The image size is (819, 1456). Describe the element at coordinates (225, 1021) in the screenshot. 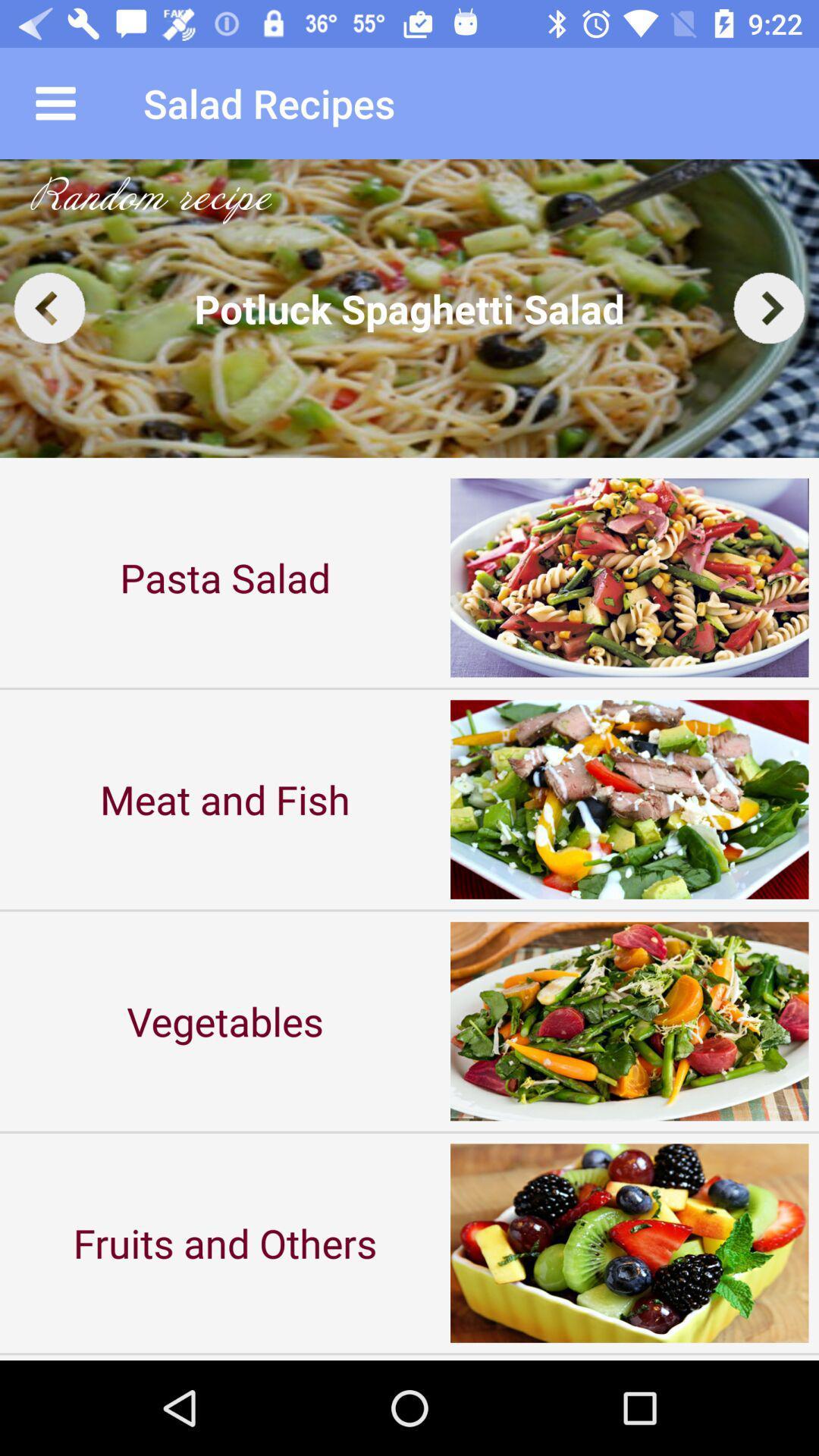

I see `the vegetables icon` at that location.